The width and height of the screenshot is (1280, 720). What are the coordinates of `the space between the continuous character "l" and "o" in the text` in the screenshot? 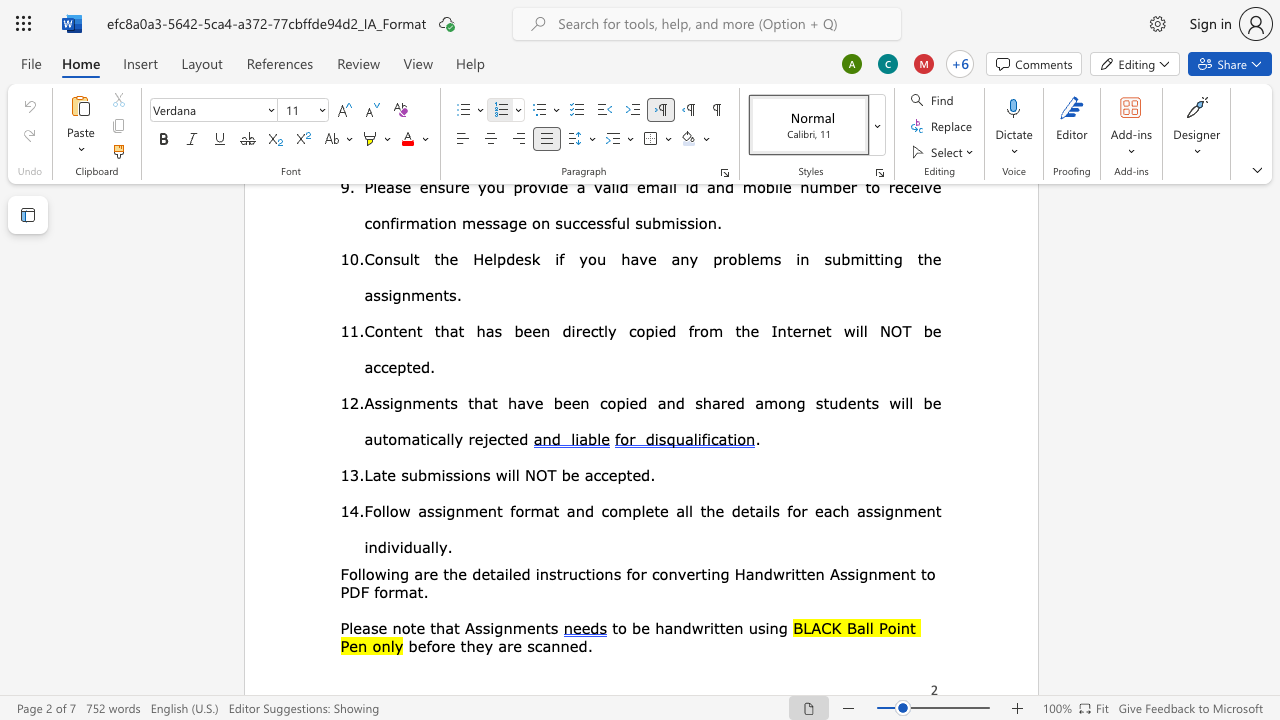 It's located at (391, 509).